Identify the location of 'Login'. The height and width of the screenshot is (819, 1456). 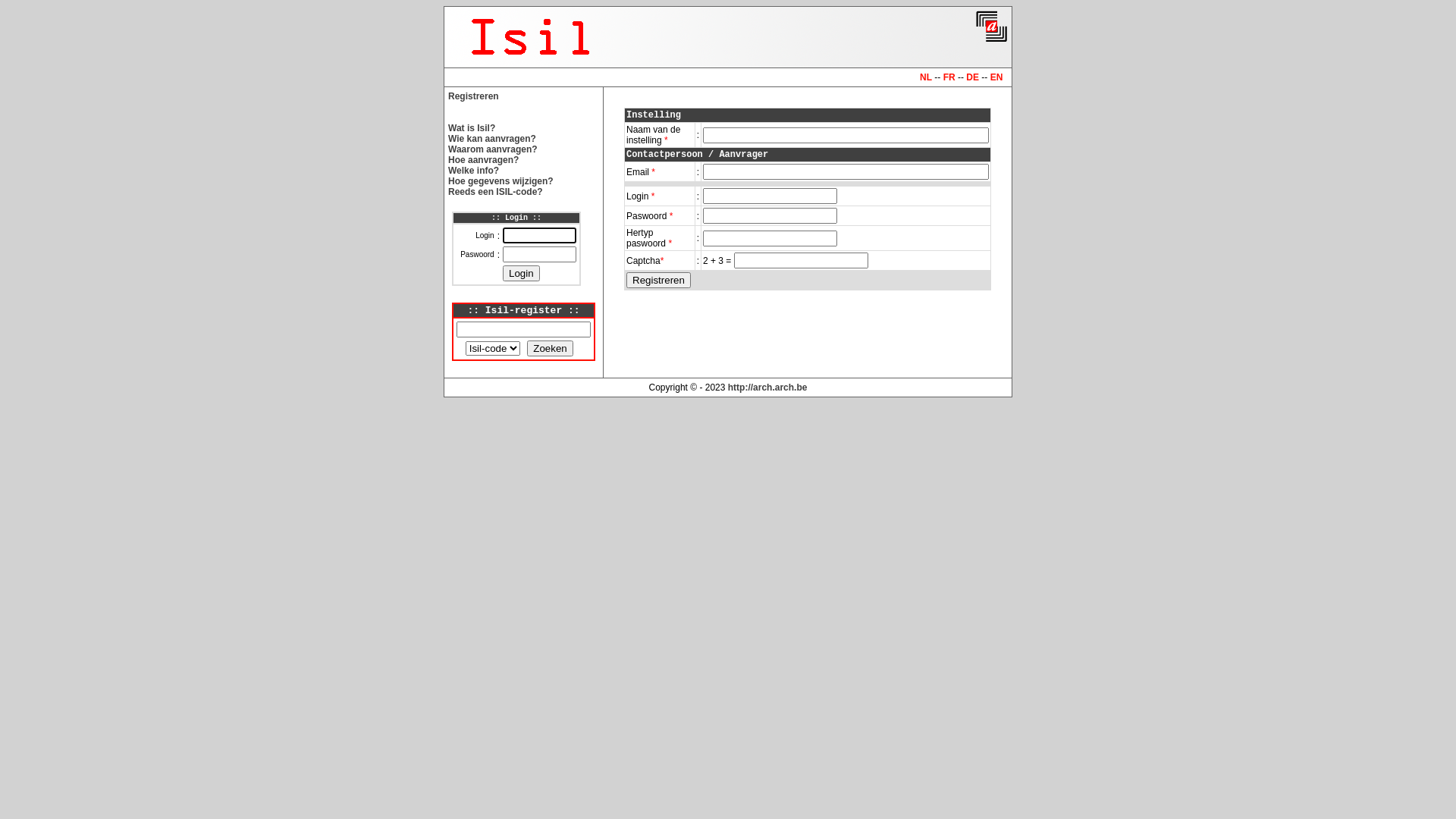
(521, 273).